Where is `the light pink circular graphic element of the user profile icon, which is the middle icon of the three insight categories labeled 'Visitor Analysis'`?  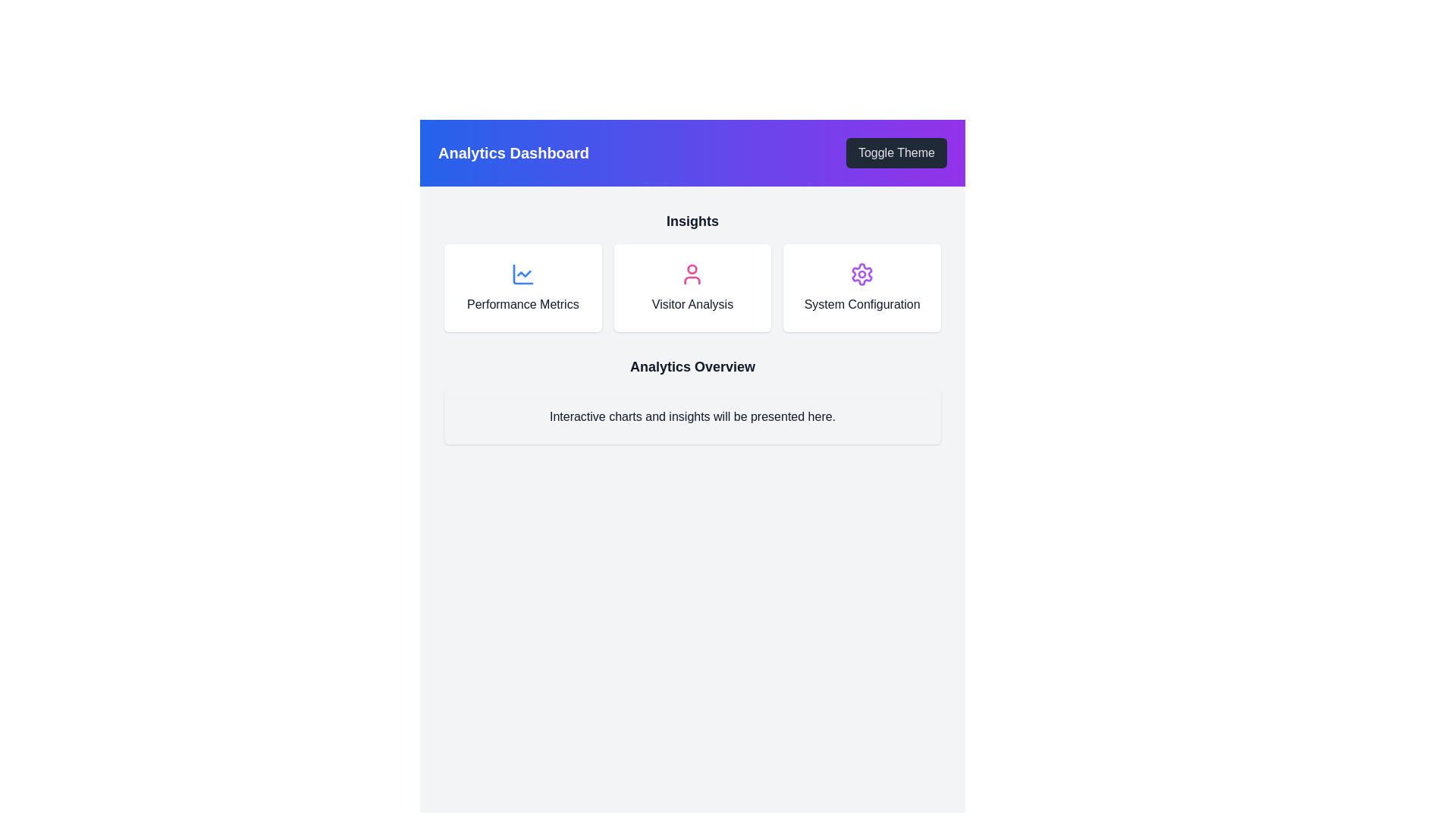
the light pink circular graphic element of the user profile icon, which is the middle icon of the three insight categories labeled 'Visitor Analysis' is located at coordinates (692, 268).